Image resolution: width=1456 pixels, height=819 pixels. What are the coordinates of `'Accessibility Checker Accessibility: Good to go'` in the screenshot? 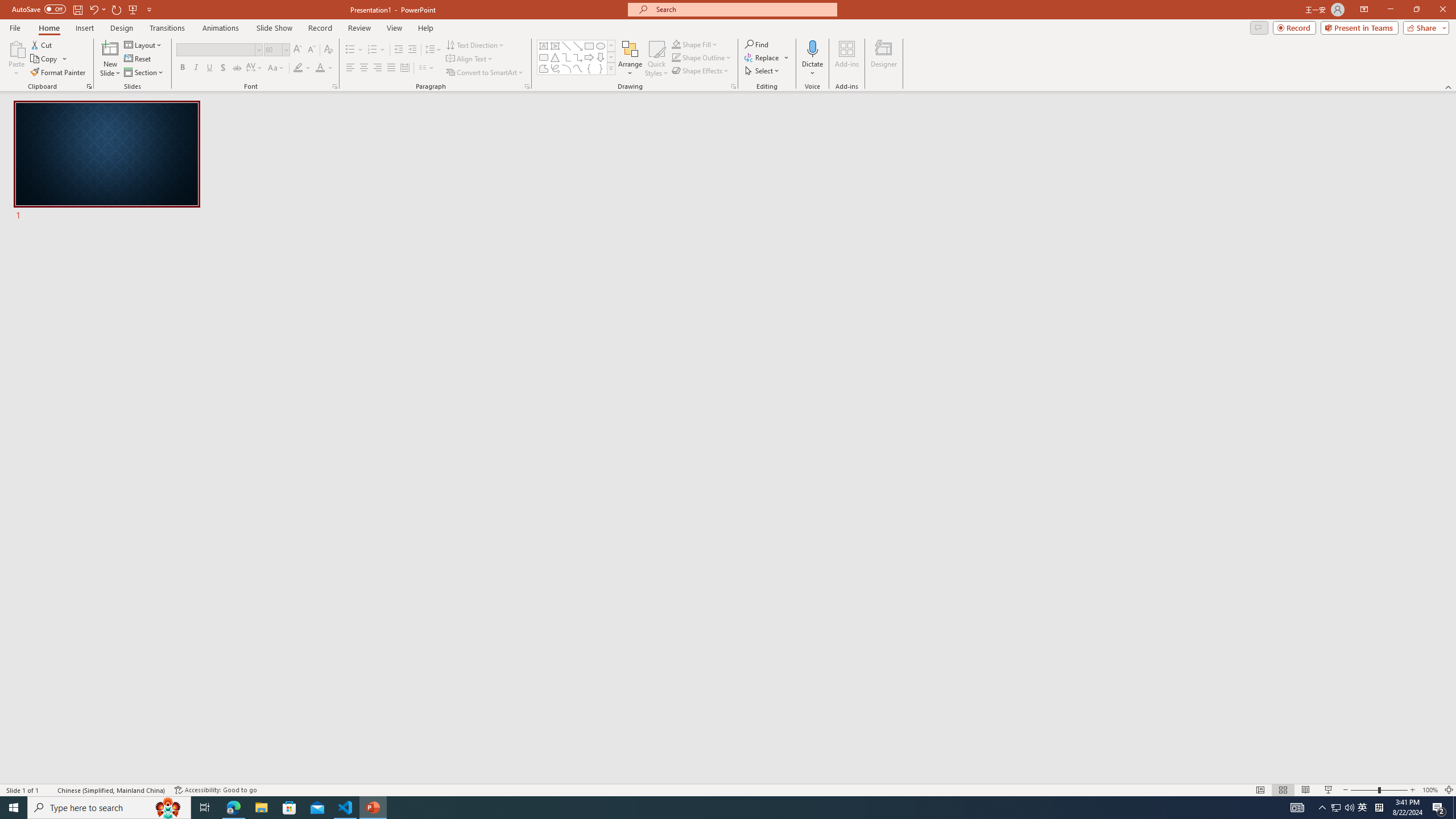 It's located at (216, 790).